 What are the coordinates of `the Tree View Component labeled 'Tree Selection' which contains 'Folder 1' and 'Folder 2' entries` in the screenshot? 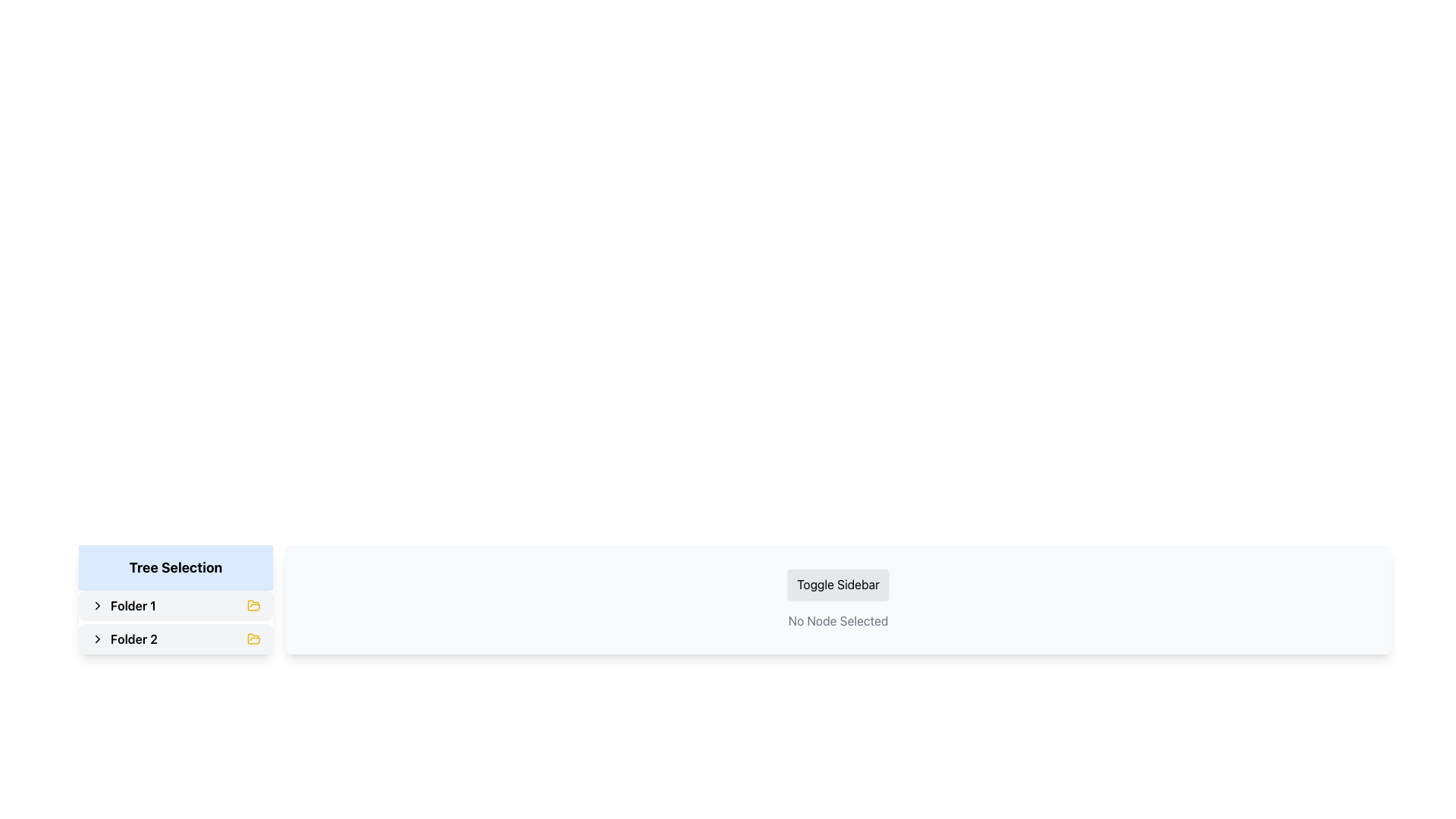 It's located at (175, 598).